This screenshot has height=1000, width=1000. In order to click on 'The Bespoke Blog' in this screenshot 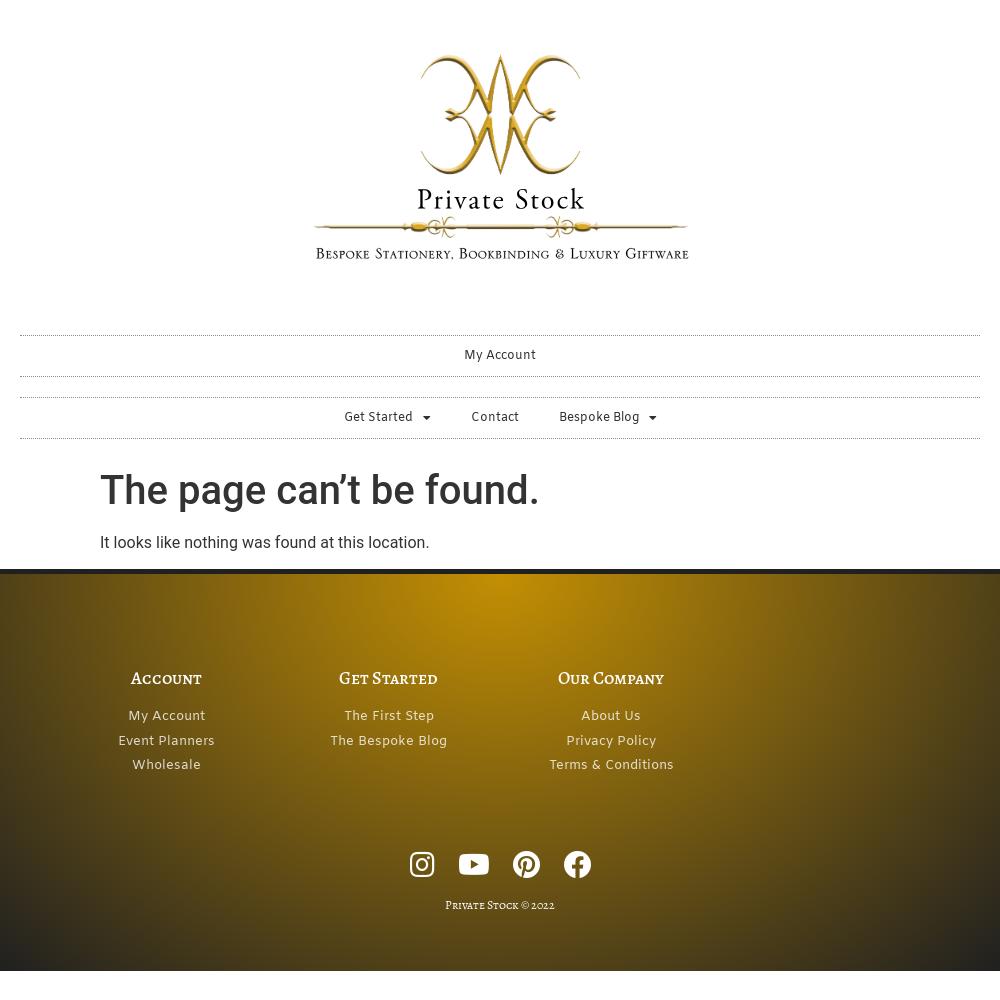, I will do `click(388, 739)`.